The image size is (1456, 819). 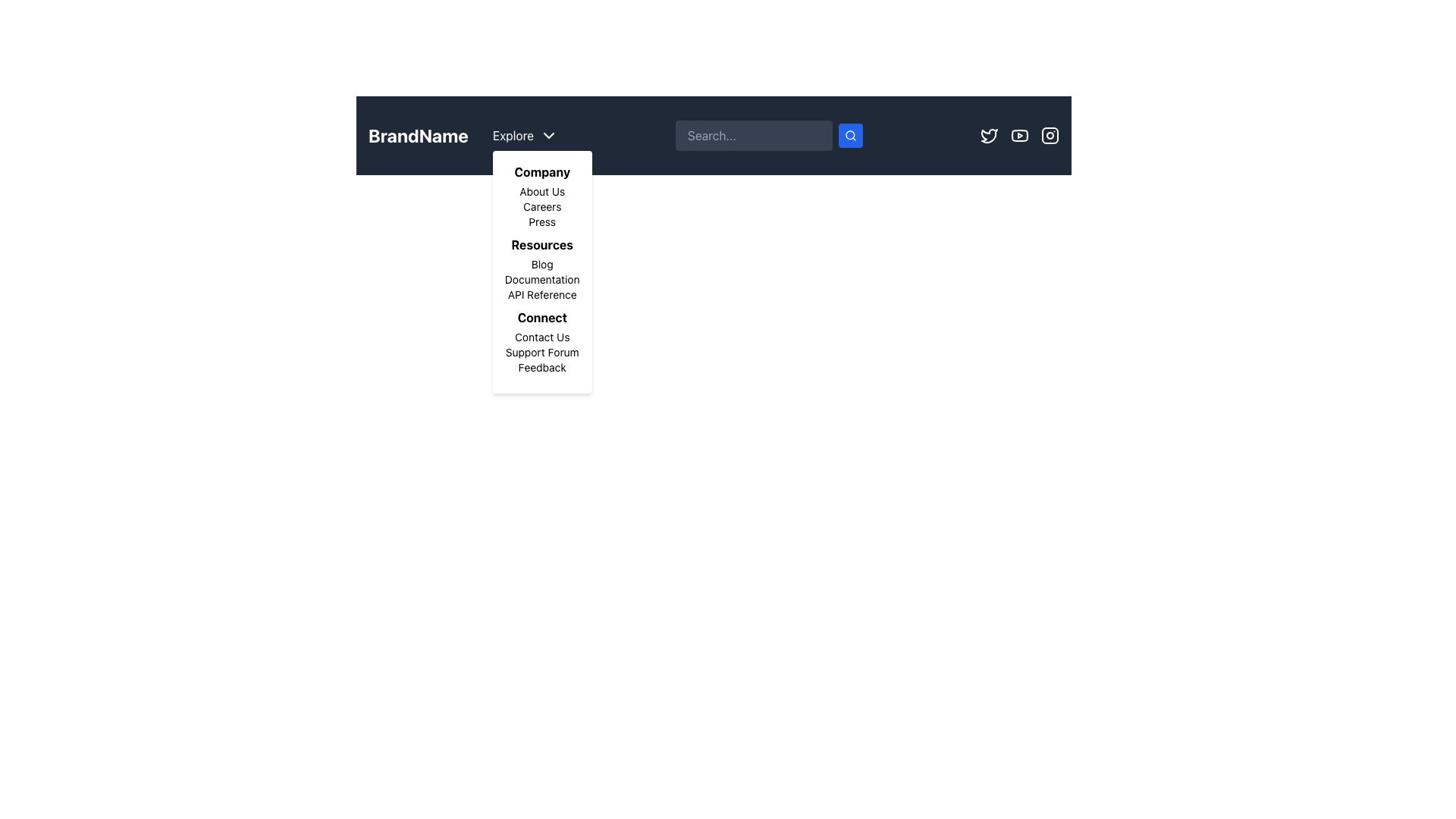 What do you see at coordinates (713, 134) in the screenshot?
I see `the Search Input Field located centrally in the header bar to focus the input for searching` at bounding box center [713, 134].